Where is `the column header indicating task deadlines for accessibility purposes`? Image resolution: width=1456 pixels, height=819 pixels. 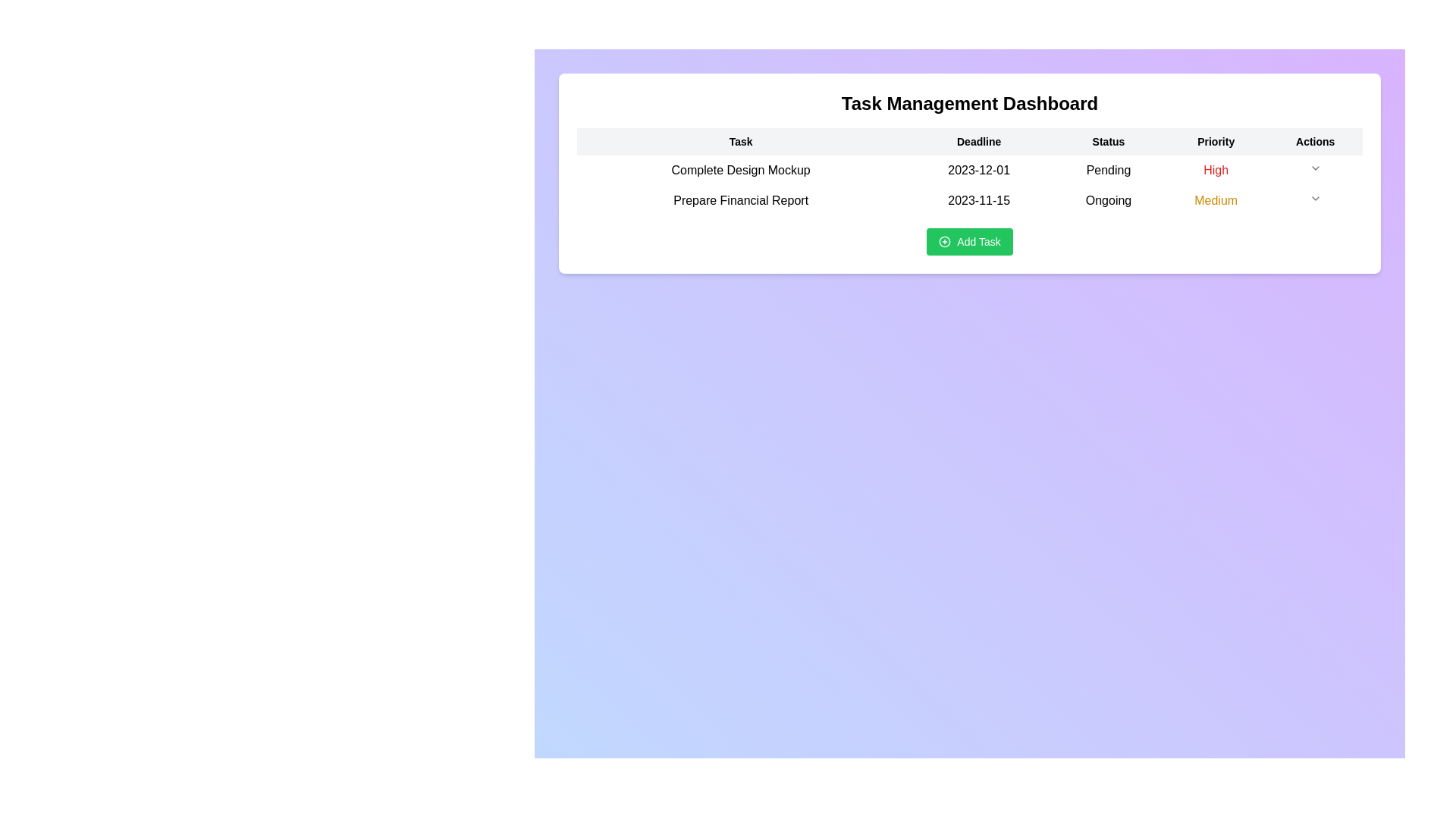
the column header indicating task deadlines for accessibility purposes is located at coordinates (979, 141).